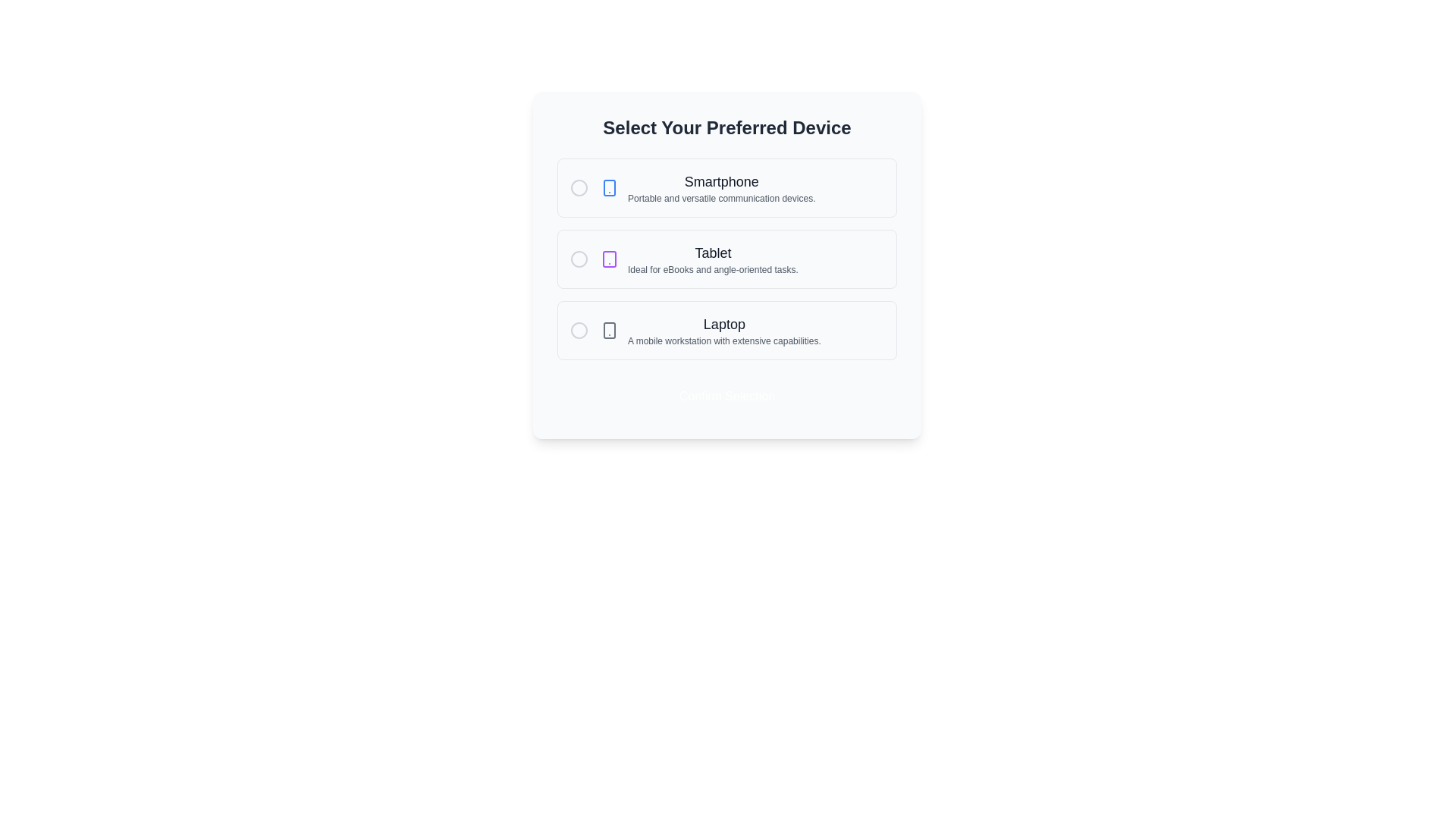  I want to click on the 'Smartphone' text label, which is prominently displayed in bold black font within the 'Select Your Preferred Device' option group, so click(720, 180).